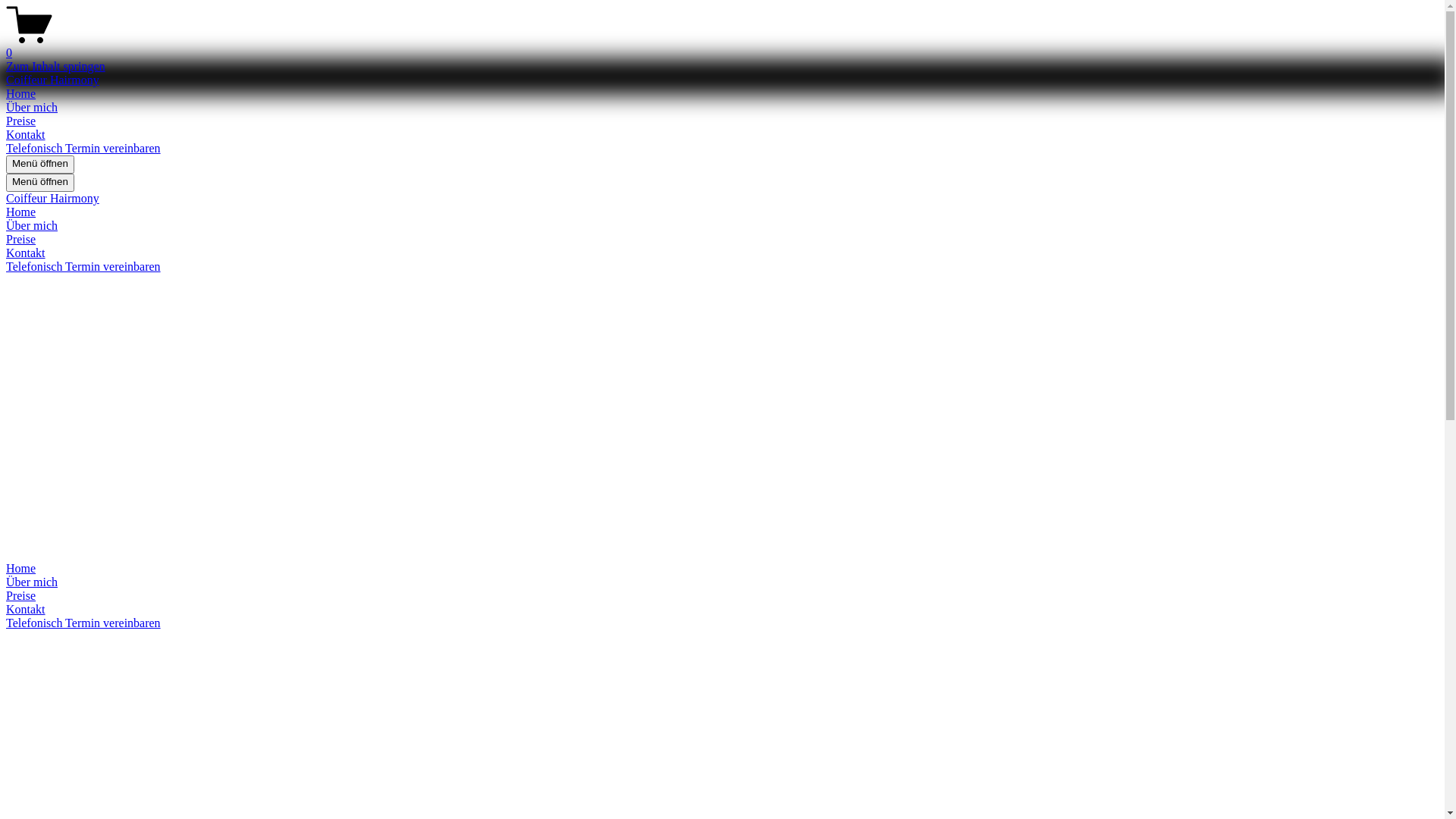 The width and height of the screenshot is (1456, 819). What do you see at coordinates (83, 265) in the screenshot?
I see `'Telefonisch Termin vereinbaren'` at bounding box center [83, 265].